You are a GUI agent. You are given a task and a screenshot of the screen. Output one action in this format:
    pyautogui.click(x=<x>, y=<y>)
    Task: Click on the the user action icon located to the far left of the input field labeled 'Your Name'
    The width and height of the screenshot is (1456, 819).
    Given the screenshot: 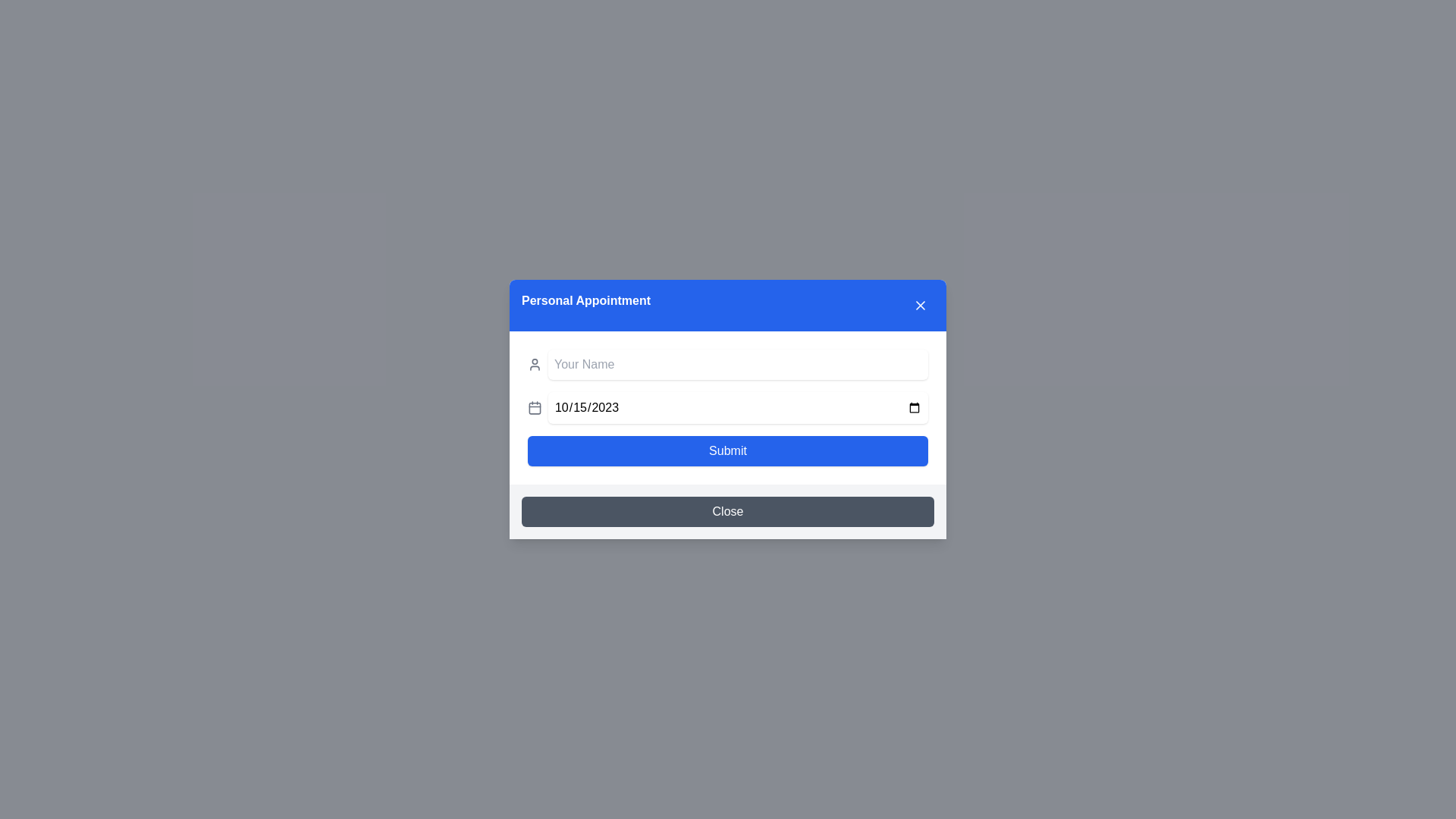 What is the action you would take?
    pyautogui.click(x=535, y=365)
    